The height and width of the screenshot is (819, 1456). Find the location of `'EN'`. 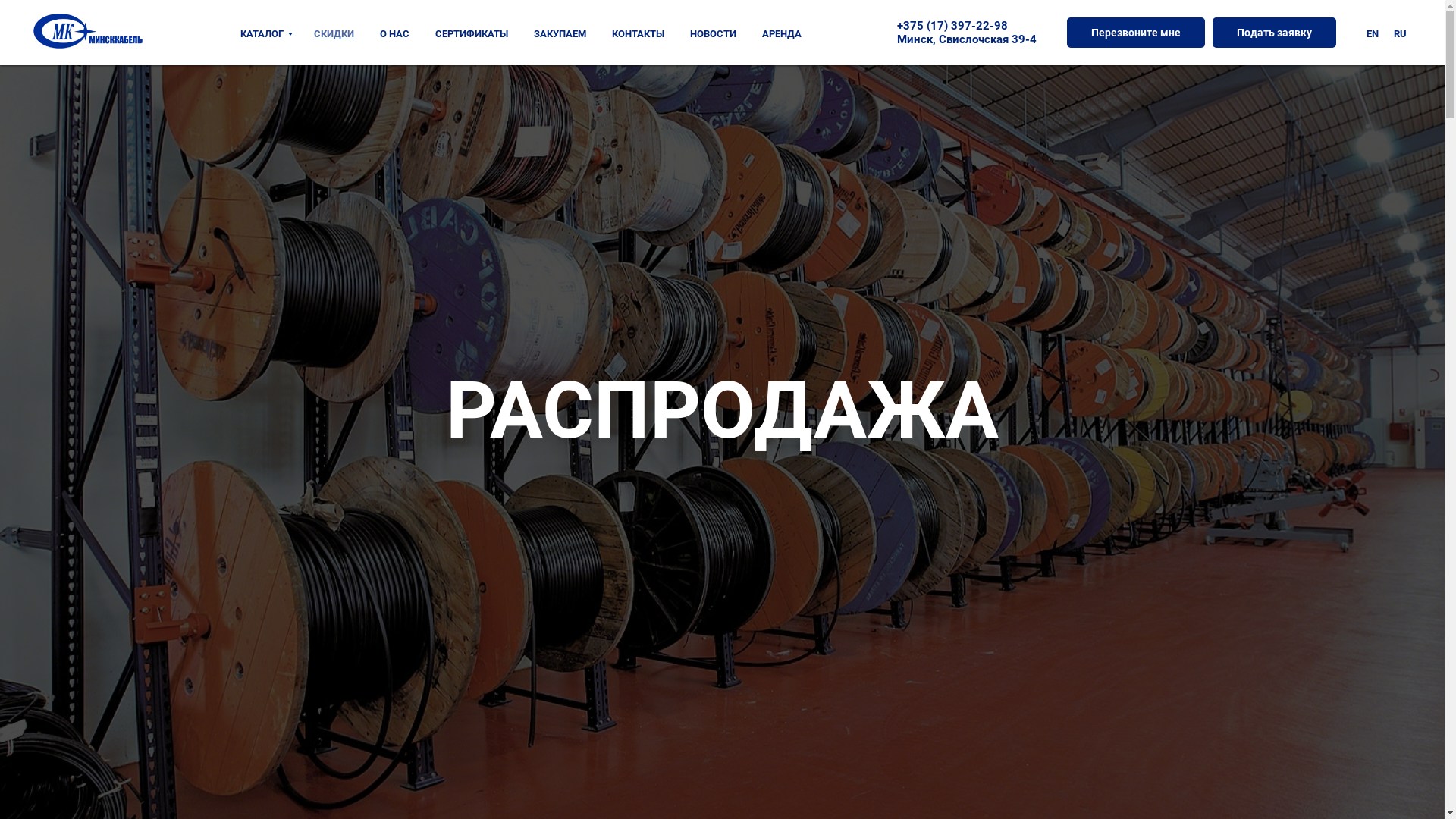

'EN' is located at coordinates (1372, 33).